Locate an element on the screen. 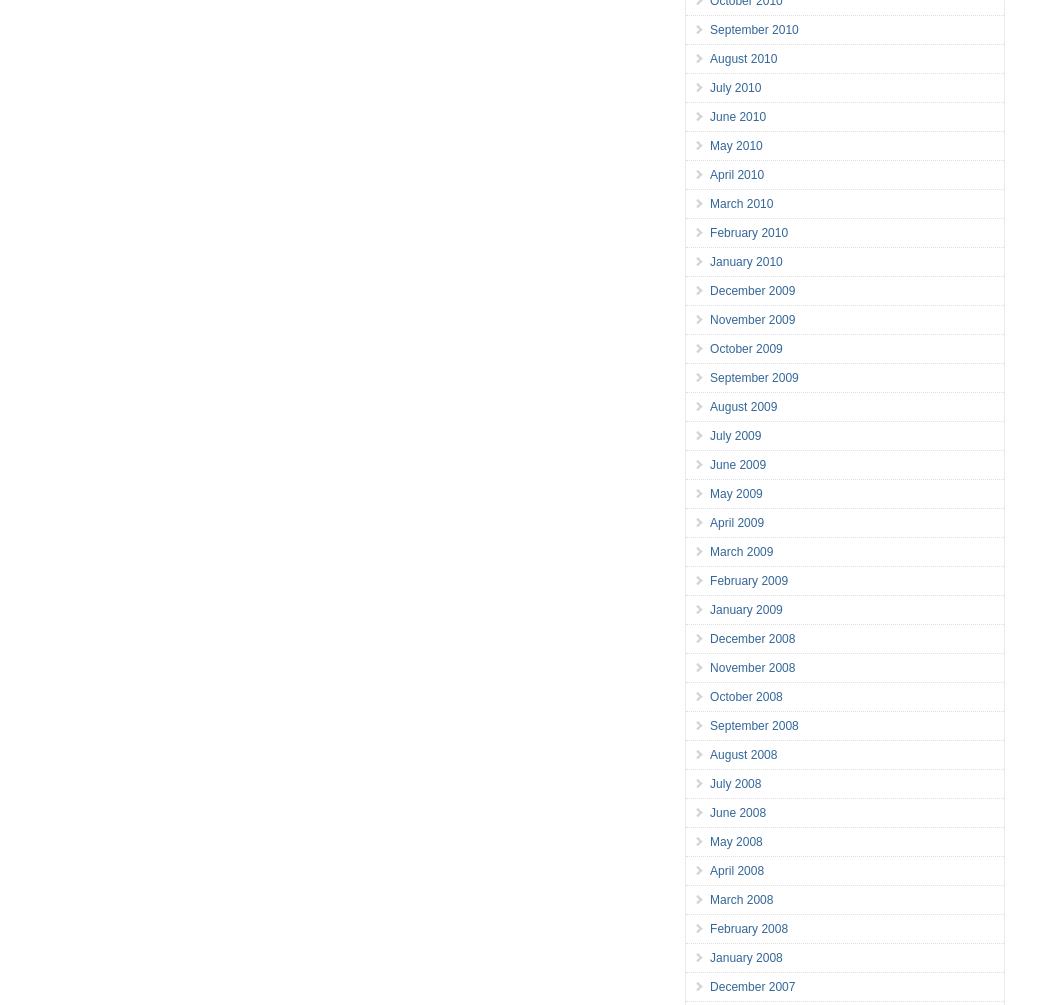  'June 2010' is located at coordinates (737, 116).